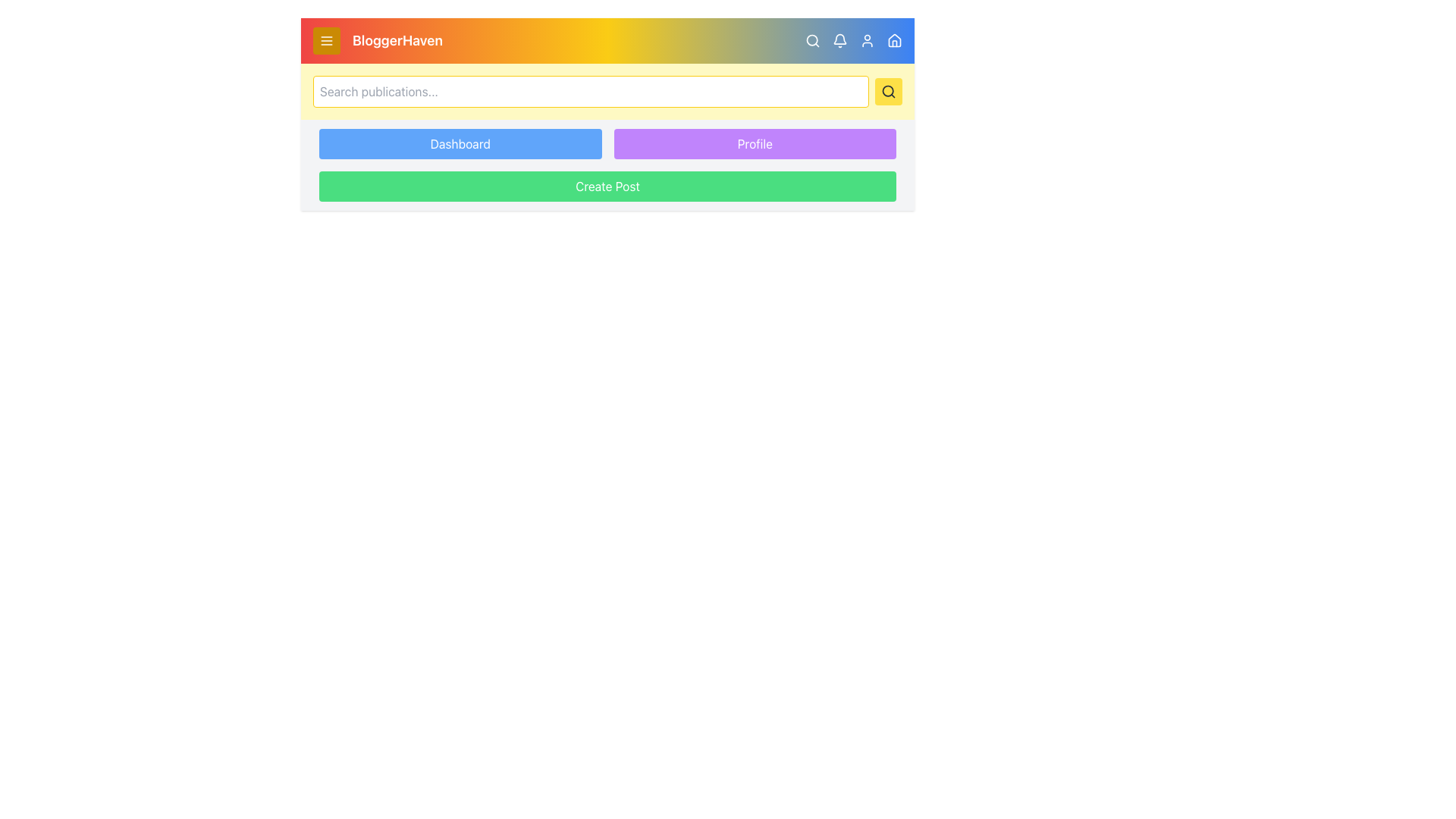  I want to click on the magnifying glass icon button, which is part of a yellow search bar, to trigger the visual hover effect, so click(888, 91).